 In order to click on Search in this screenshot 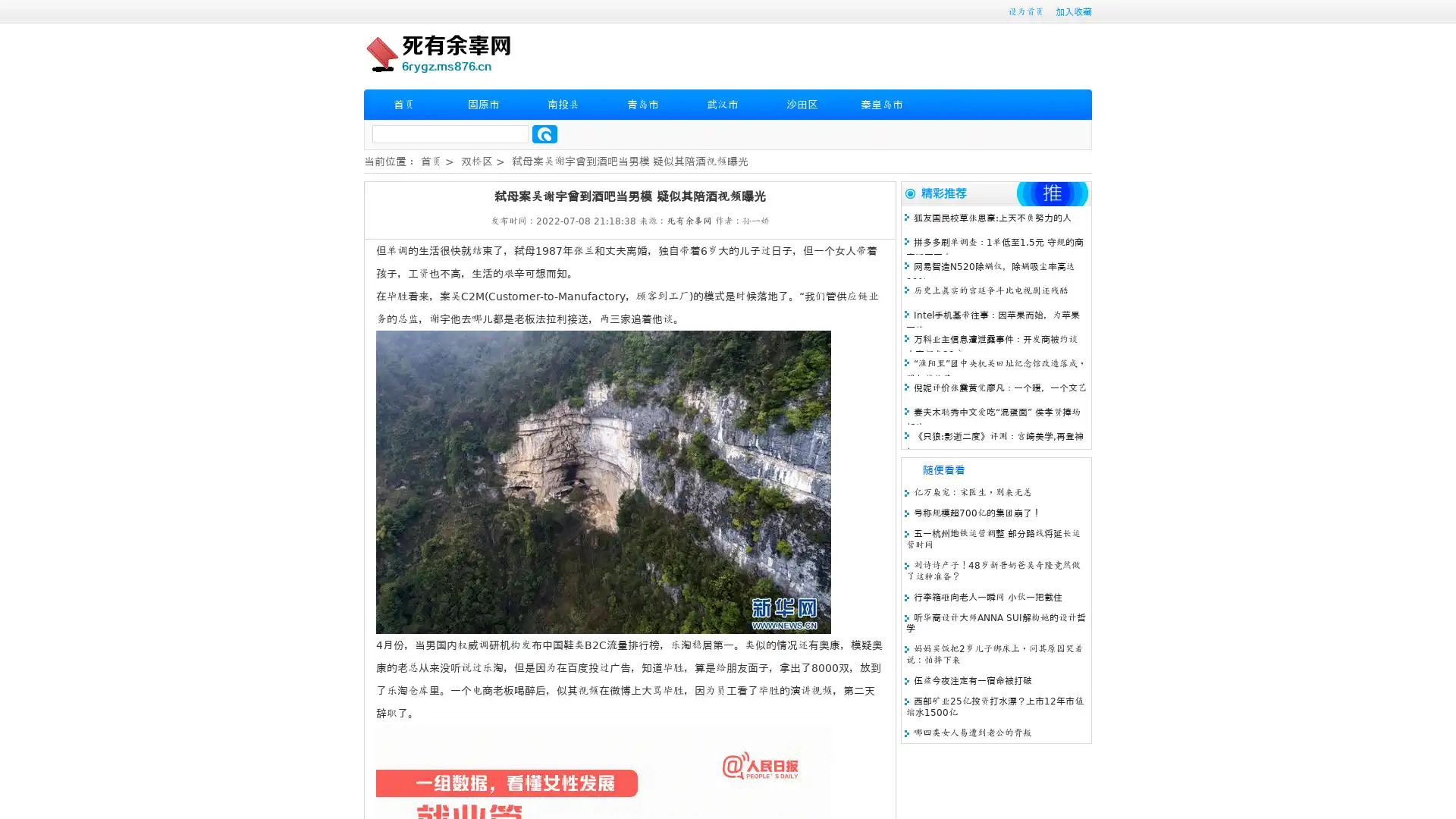, I will do `click(544, 133)`.